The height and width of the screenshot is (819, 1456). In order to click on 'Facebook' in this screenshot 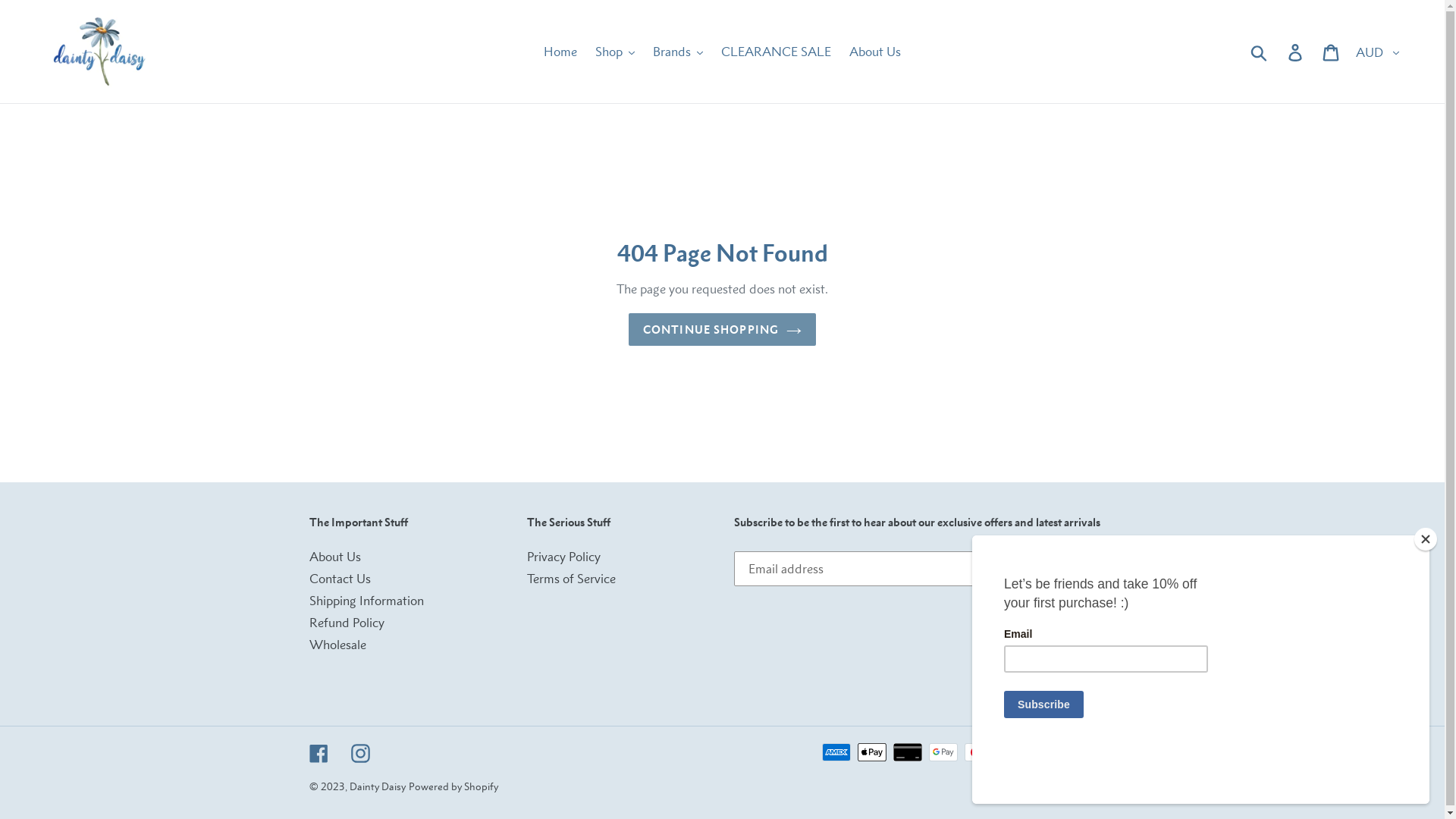, I will do `click(318, 752)`.